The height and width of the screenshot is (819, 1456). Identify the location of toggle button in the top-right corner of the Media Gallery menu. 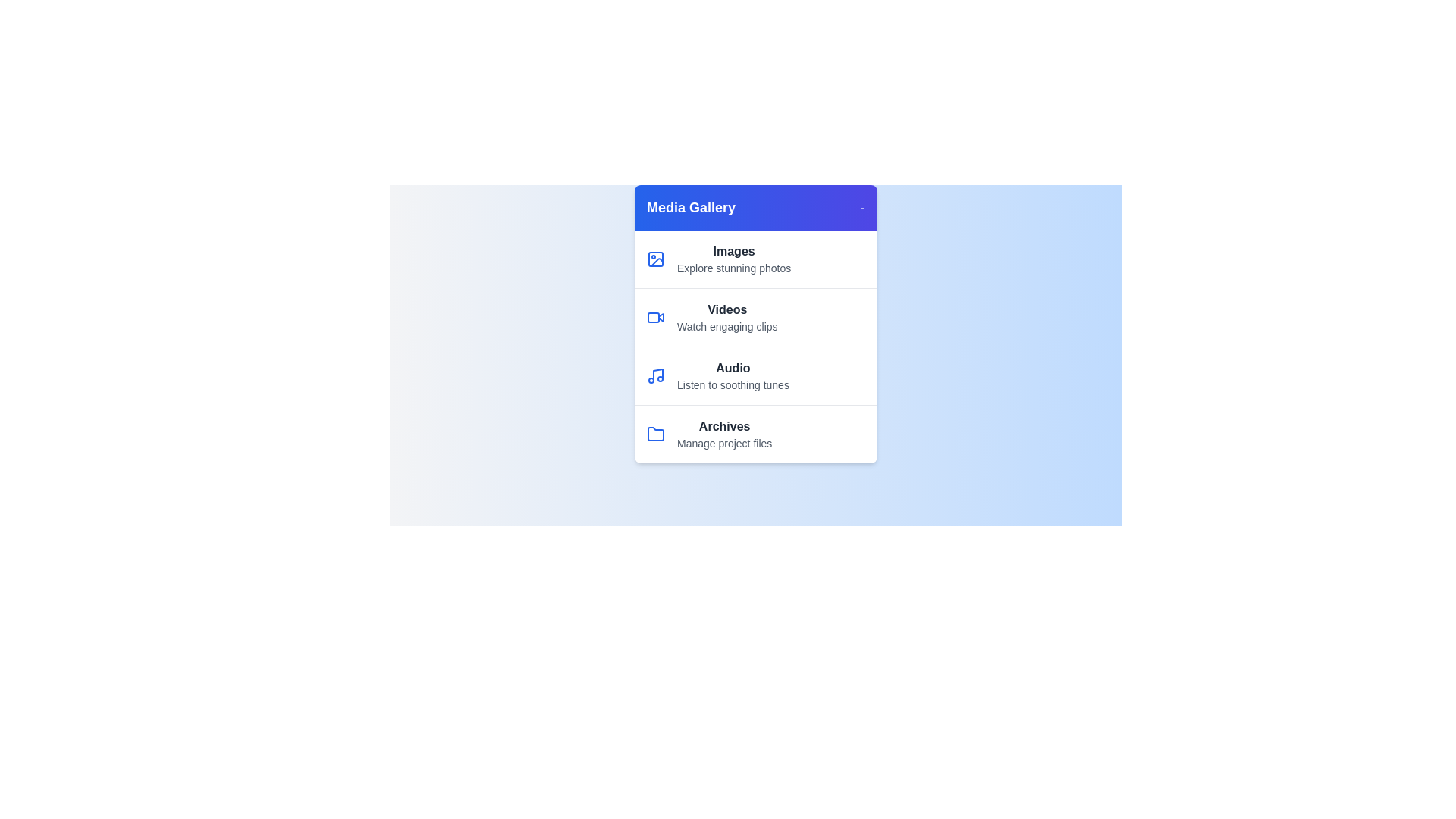
(862, 207).